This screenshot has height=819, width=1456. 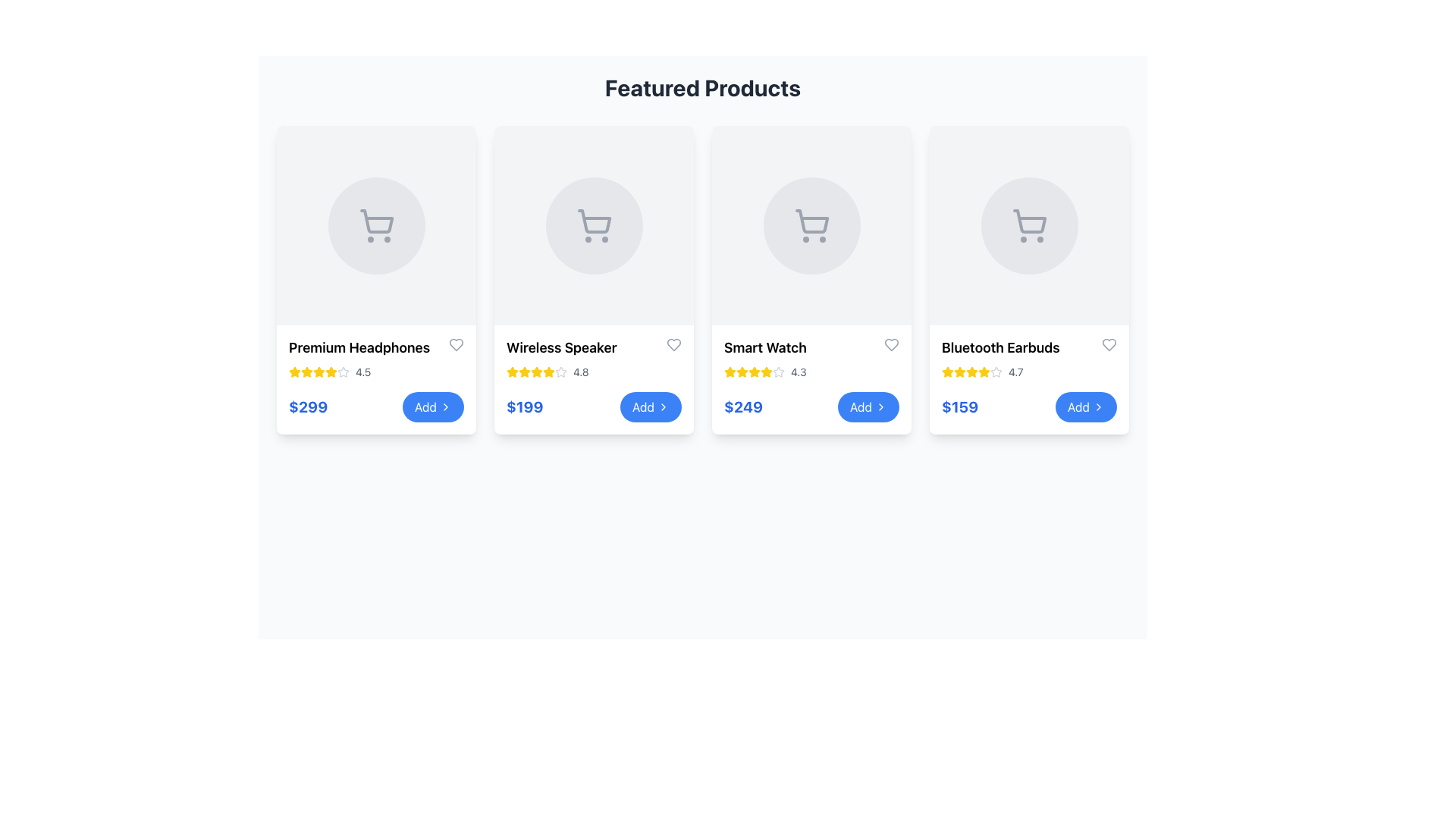 I want to click on the 'Add' button with a blue background located below the 'Smart Watch' product card in the third column of the 'Featured Products' grid for a hover effect, so click(x=868, y=406).